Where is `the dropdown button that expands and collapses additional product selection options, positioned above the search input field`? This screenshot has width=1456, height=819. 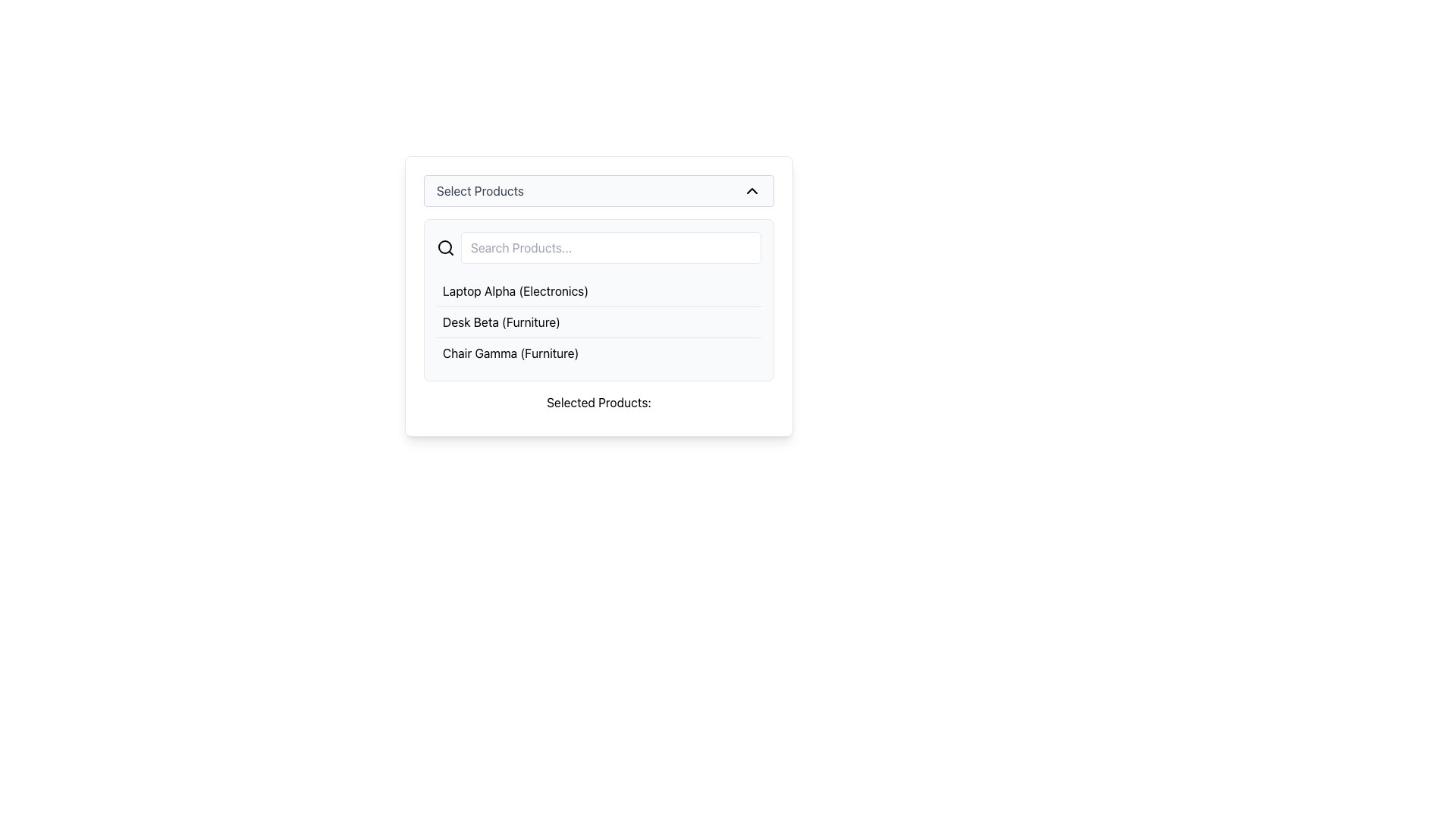 the dropdown button that expands and collapses additional product selection options, positioned above the search input field is located at coordinates (598, 190).